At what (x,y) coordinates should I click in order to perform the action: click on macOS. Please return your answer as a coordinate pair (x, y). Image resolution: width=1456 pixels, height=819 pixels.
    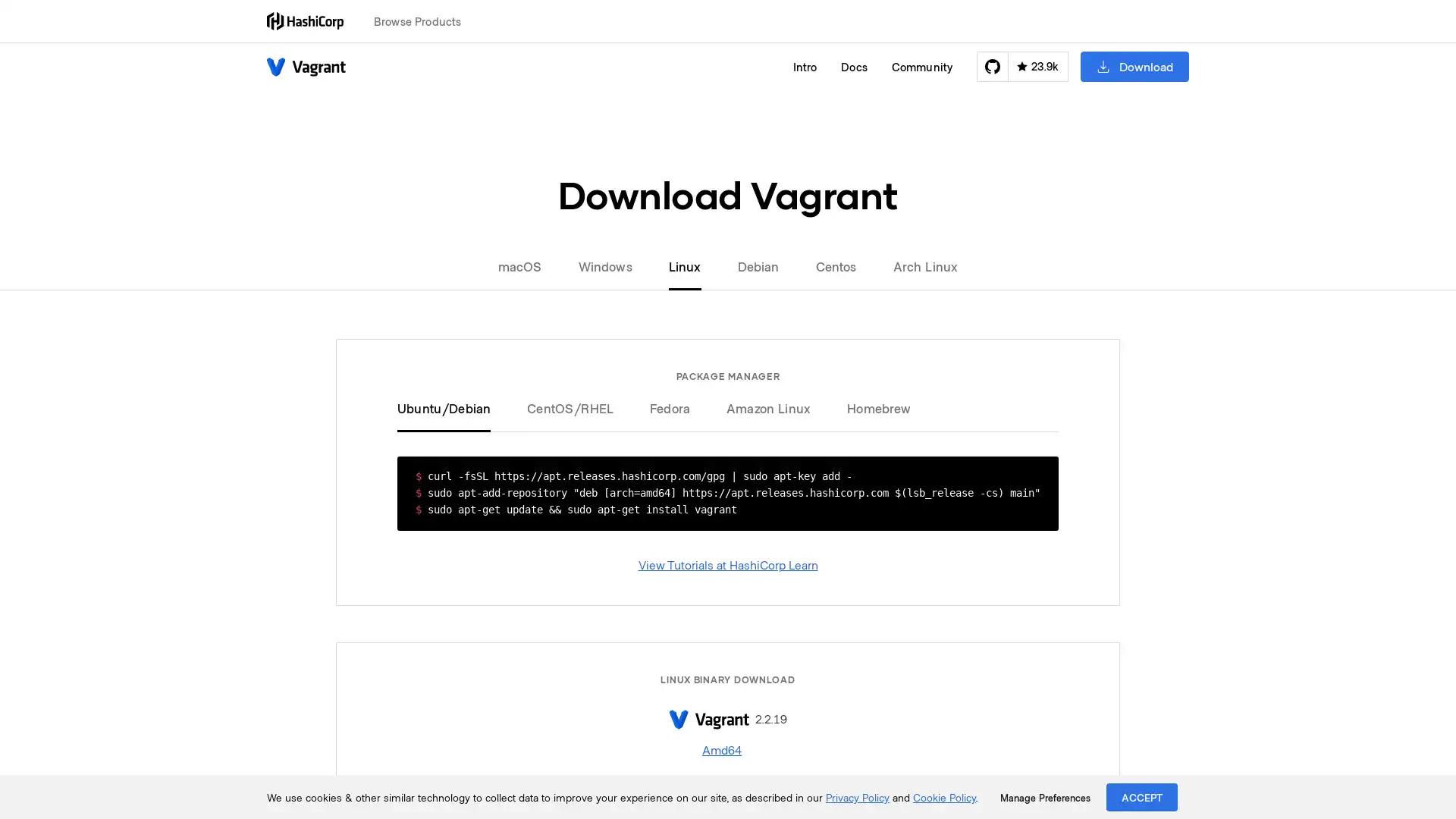
    Looking at the image, I should click on (528, 265).